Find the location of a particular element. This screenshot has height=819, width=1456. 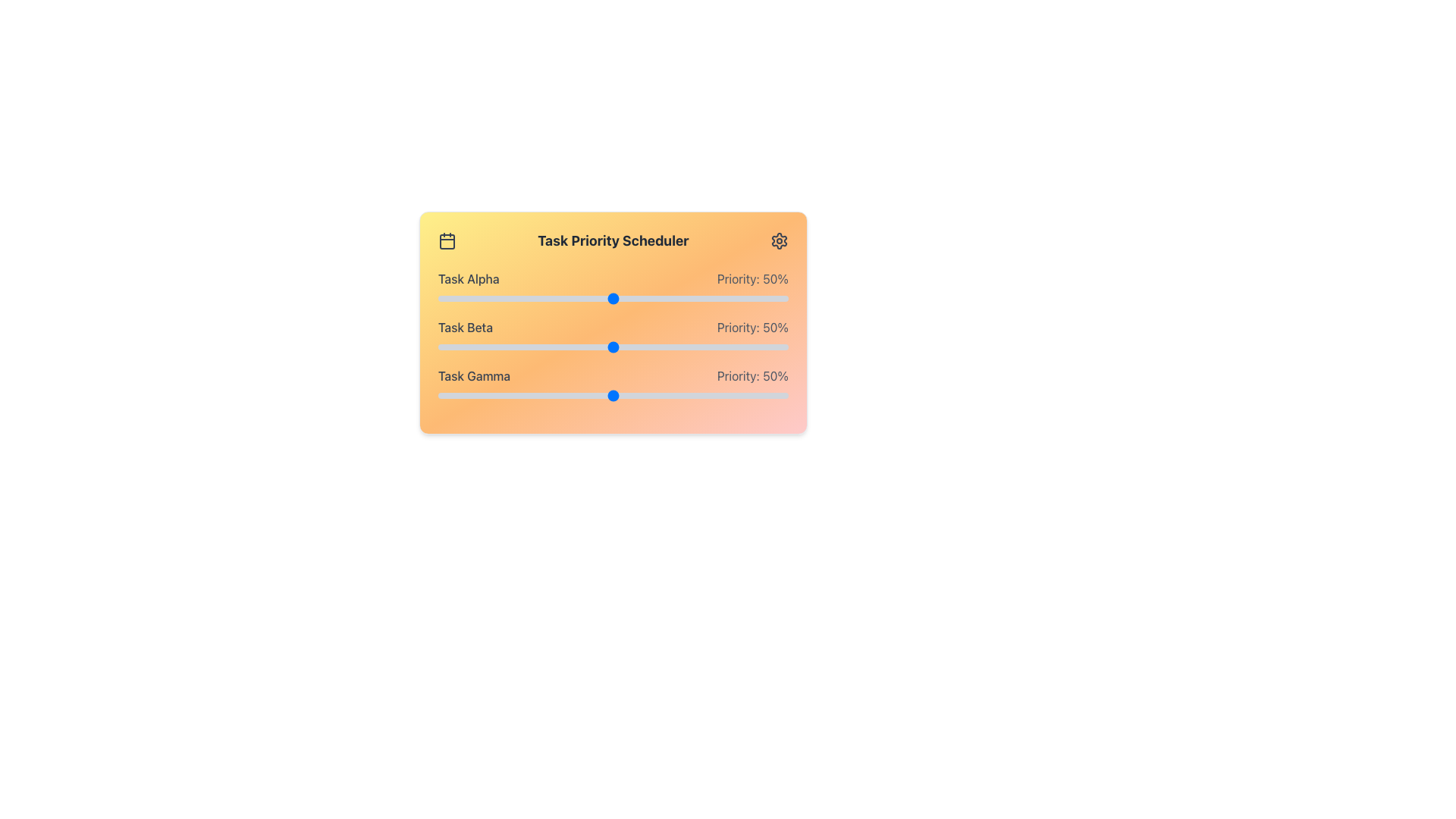

the text label displaying 'Priority: 50%' that is located on the far-right side of the third task row in the Task Priority Scheduler interface is located at coordinates (752, 375).